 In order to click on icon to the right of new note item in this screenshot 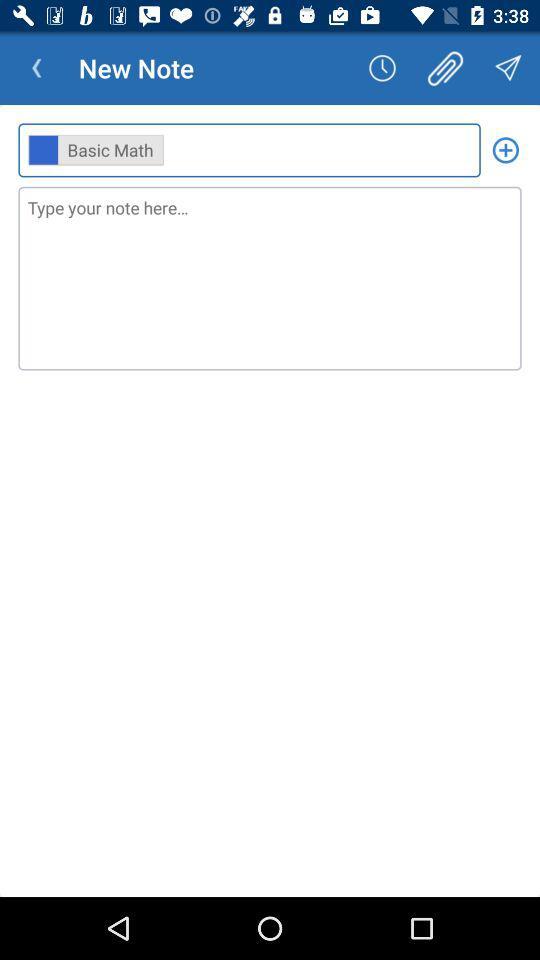, I will do `click(382, 68)`.